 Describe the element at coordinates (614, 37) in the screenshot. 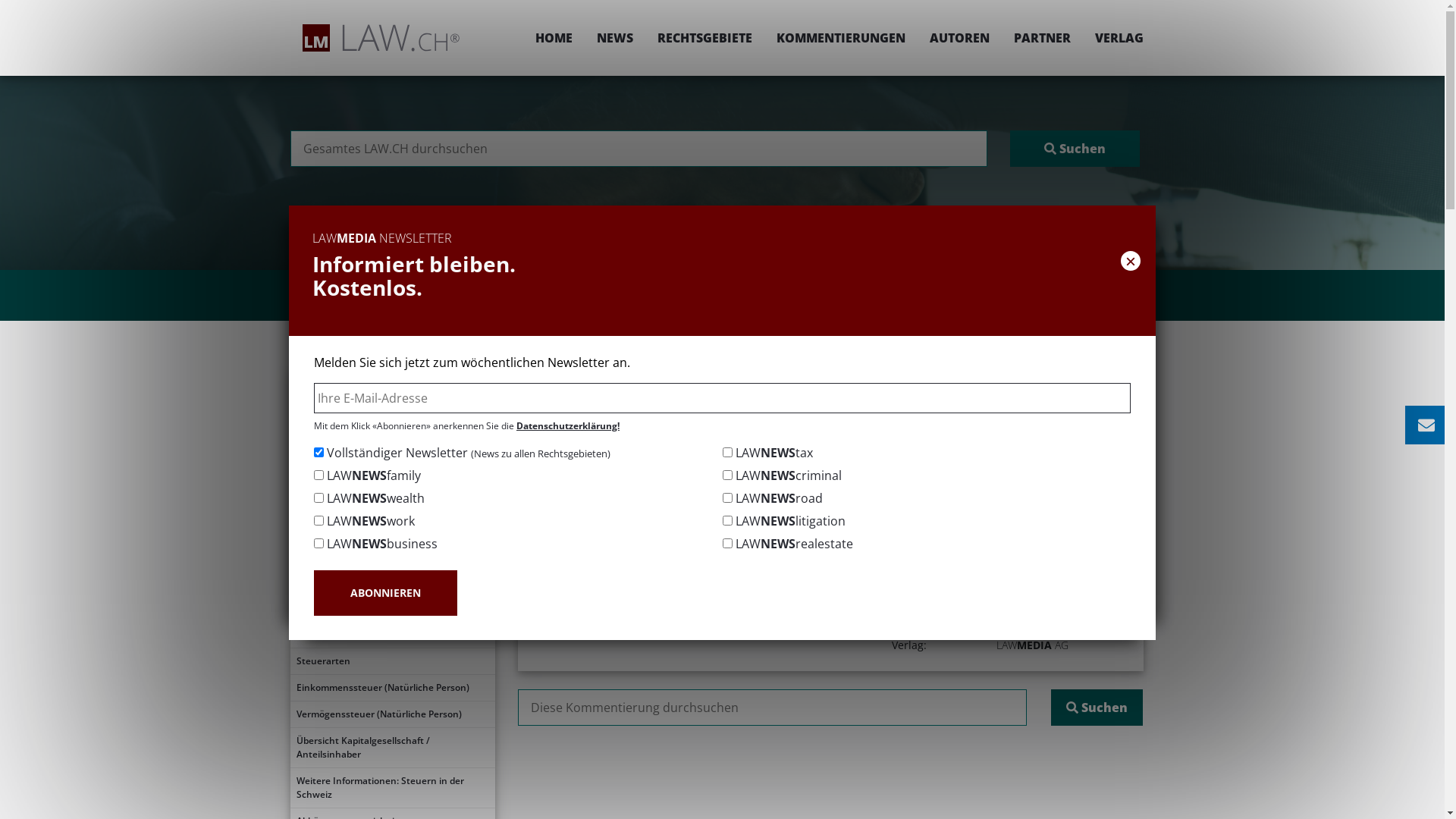

I see `'NEWS'` at that location.